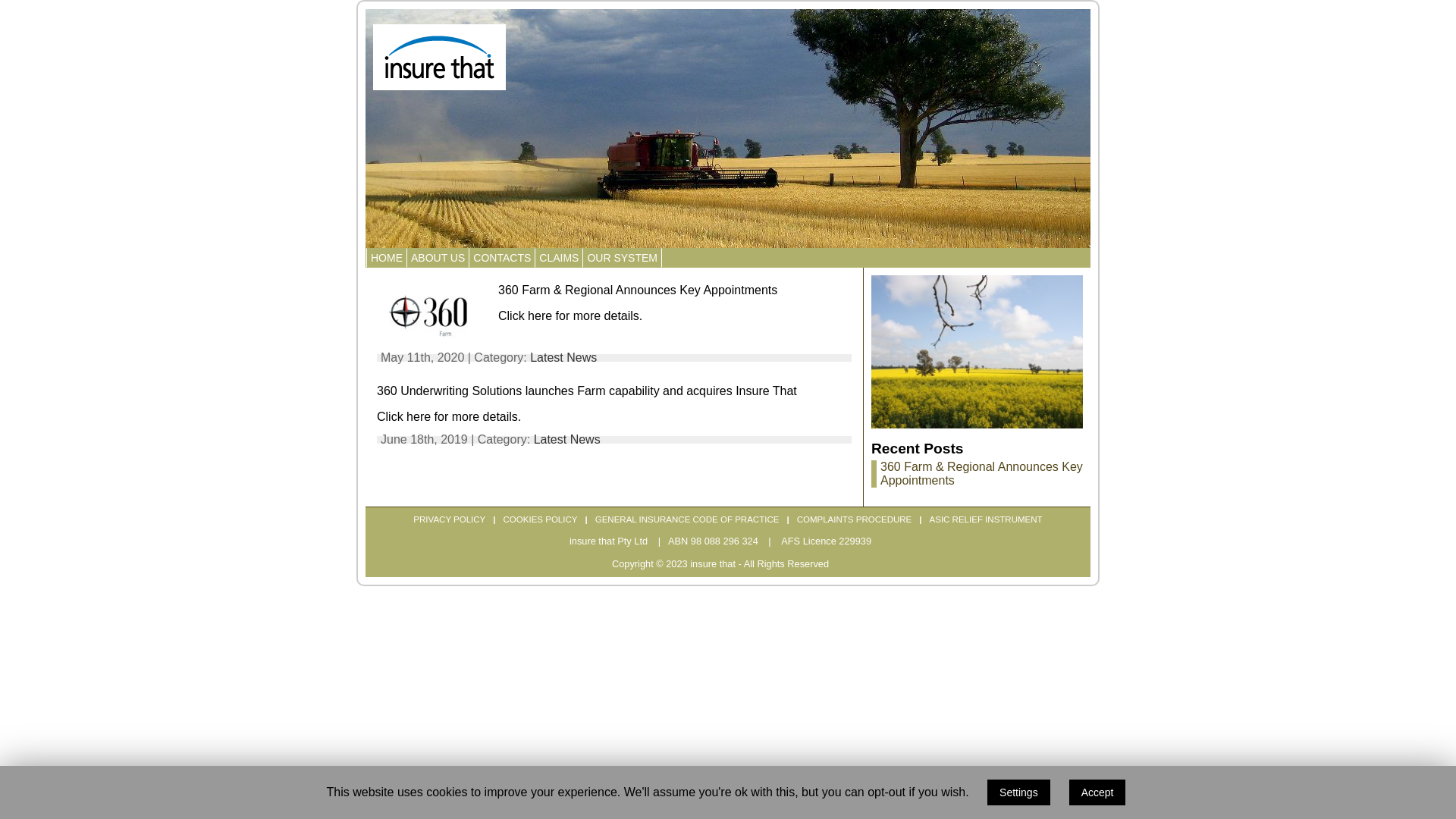  Describe the element at coordinates (1097, 792) in the screenshot. I see `'Accept'` at that location.